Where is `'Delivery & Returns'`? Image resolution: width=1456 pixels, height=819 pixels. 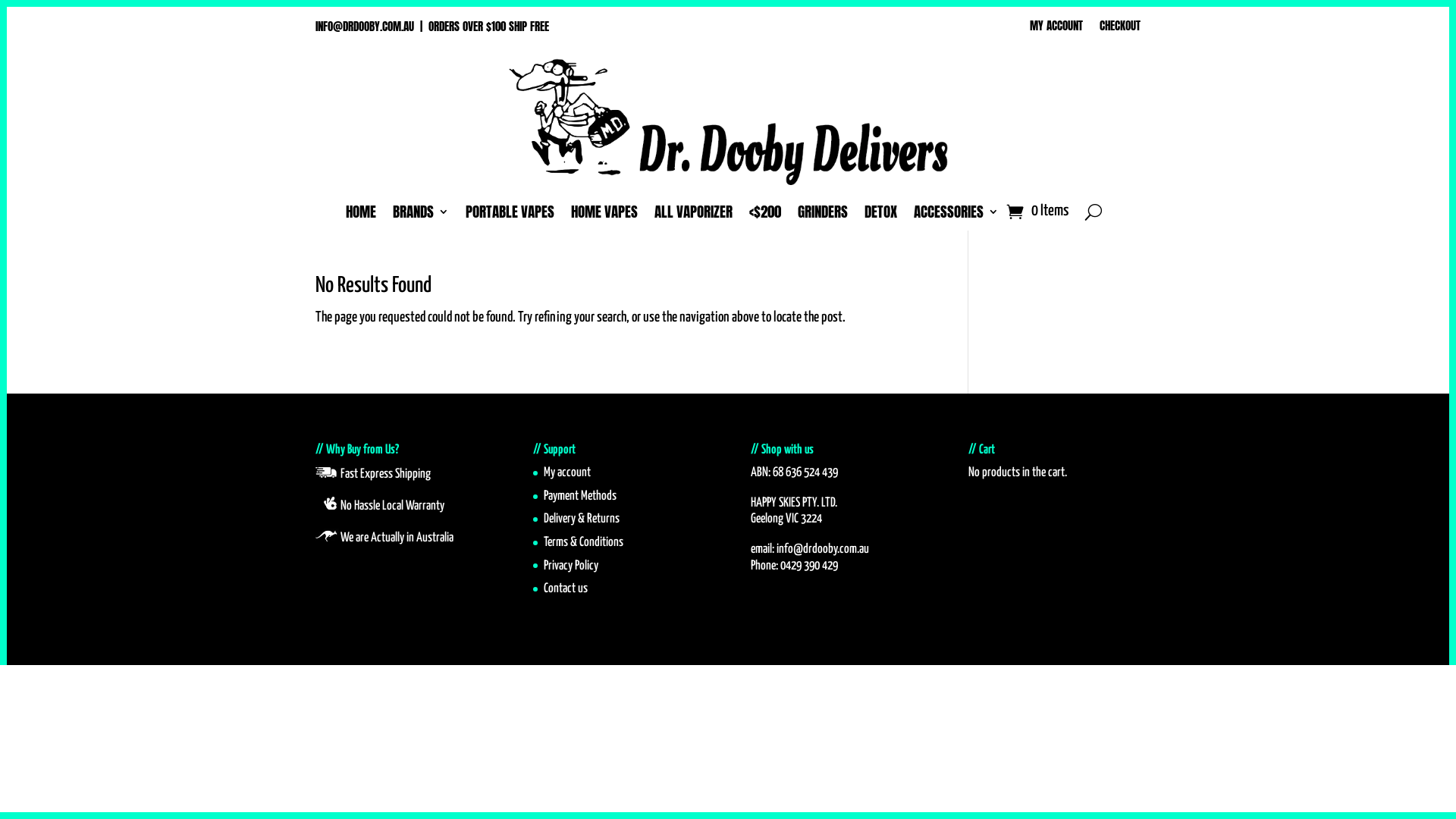 'Delivery & Returns' is located at coordinates (581, 518).